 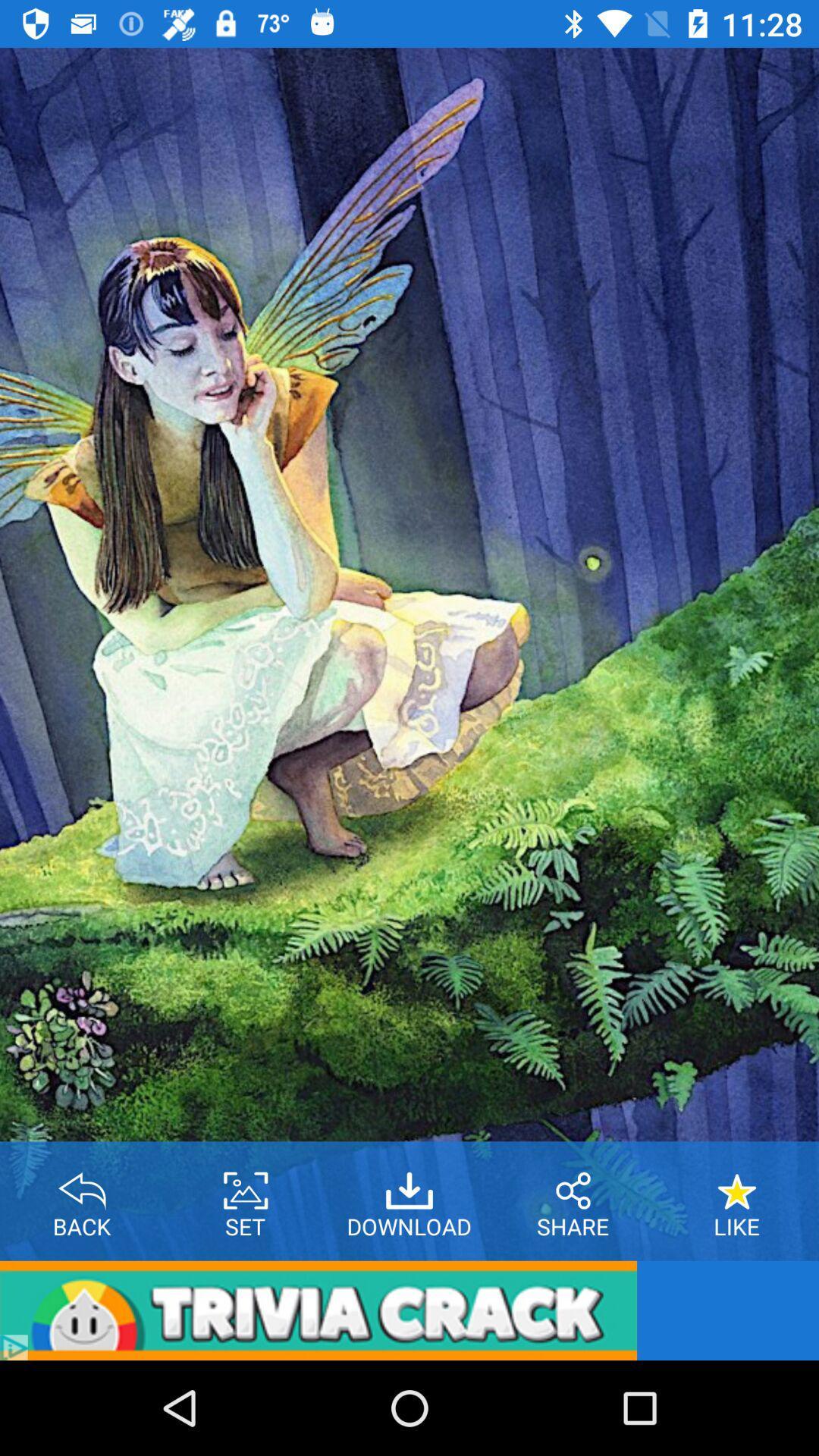 I want to click on the reply icon, so click(x=82, y=1185).